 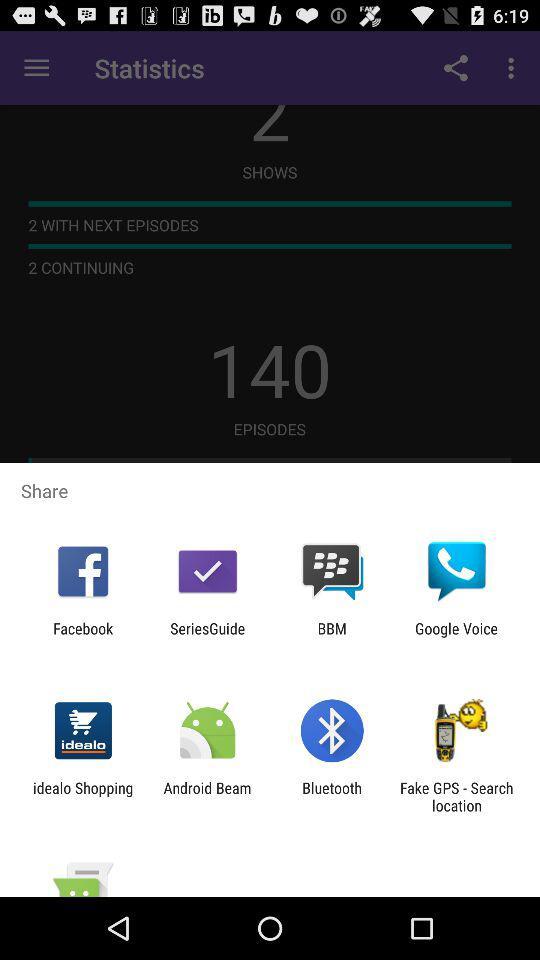 What do you see at coordinates (82, 636) in the screenshot?
I see `the facebook app` at bounding box center [82, 636].